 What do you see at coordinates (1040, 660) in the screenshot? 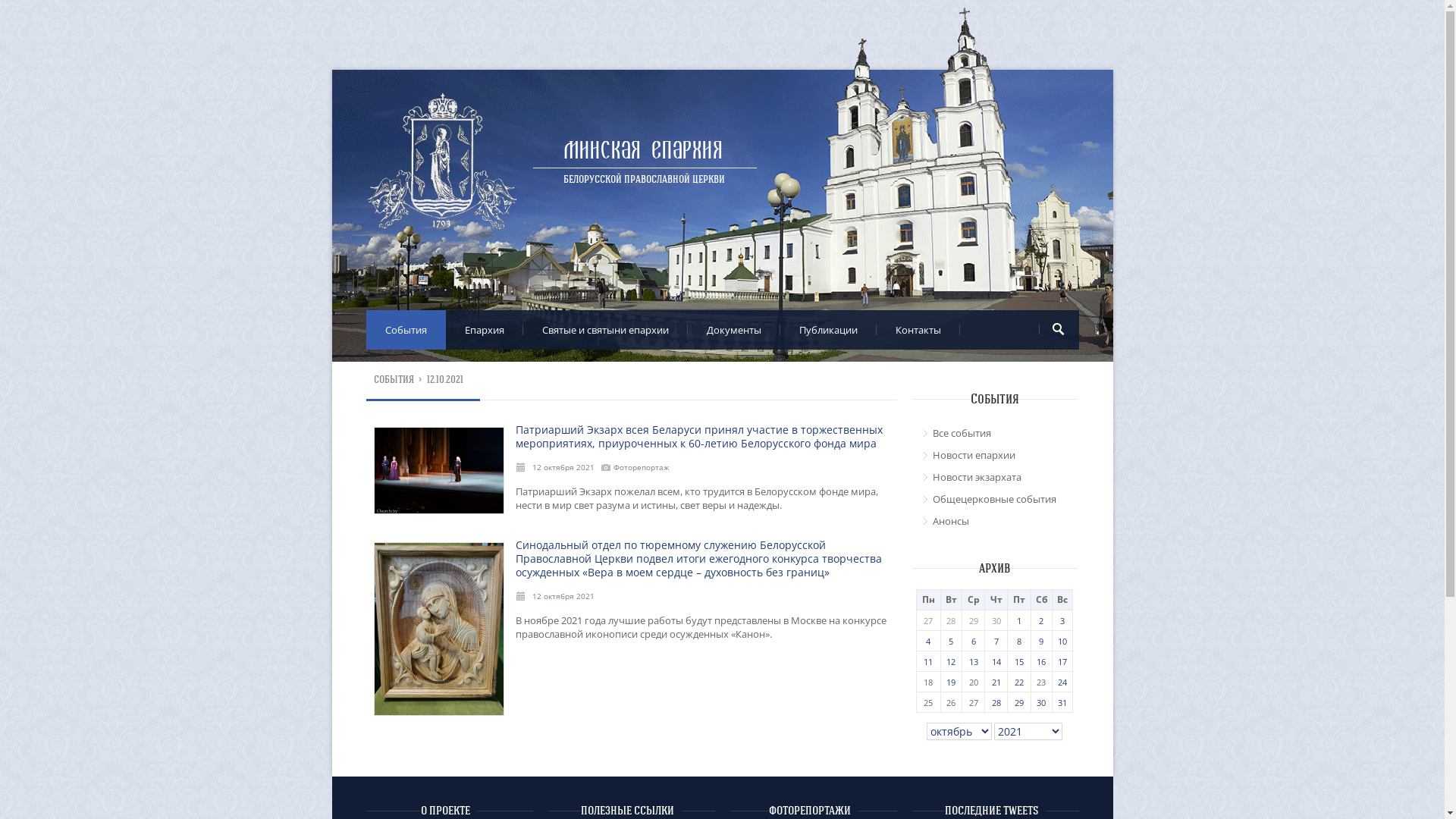
I see `'16'` at bounding box center [1040, 660].